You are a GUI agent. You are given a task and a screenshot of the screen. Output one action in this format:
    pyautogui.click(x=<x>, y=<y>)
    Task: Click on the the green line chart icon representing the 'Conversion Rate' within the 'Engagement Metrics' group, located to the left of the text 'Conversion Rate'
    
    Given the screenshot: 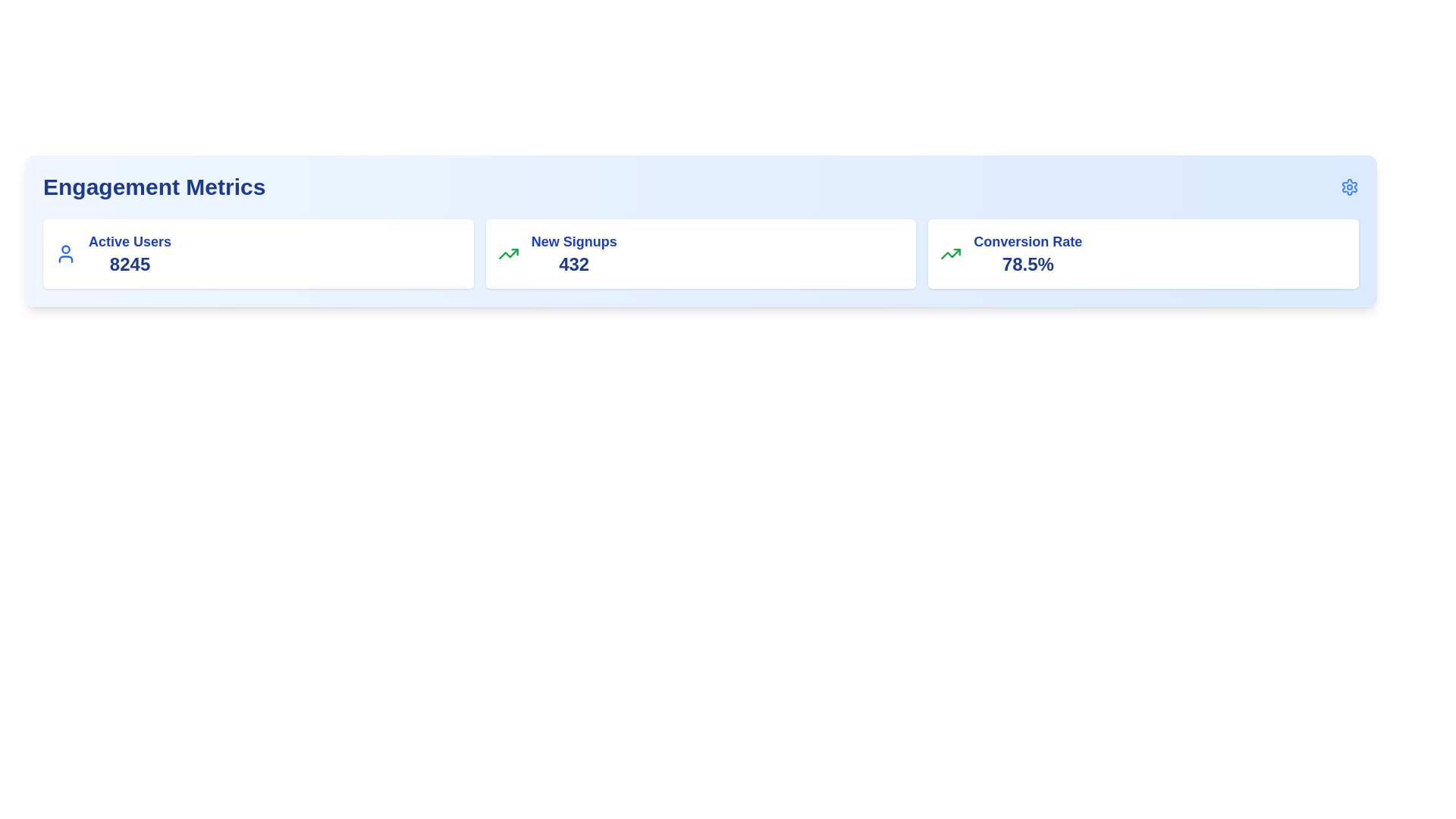 What is the action you would take?
    pyautogui.click(x=950, y=253)
    